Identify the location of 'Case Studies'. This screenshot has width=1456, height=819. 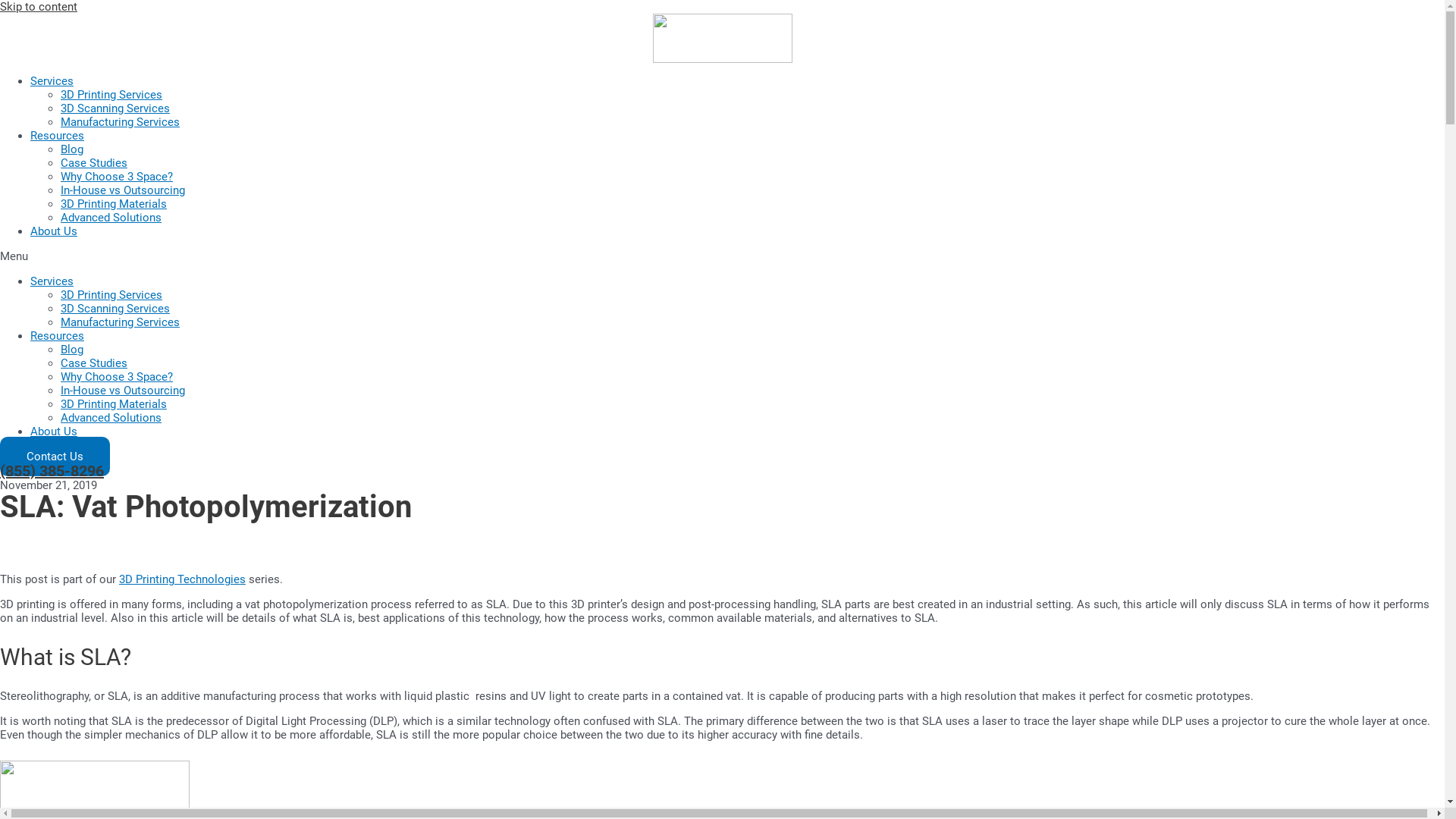
(93, 362).